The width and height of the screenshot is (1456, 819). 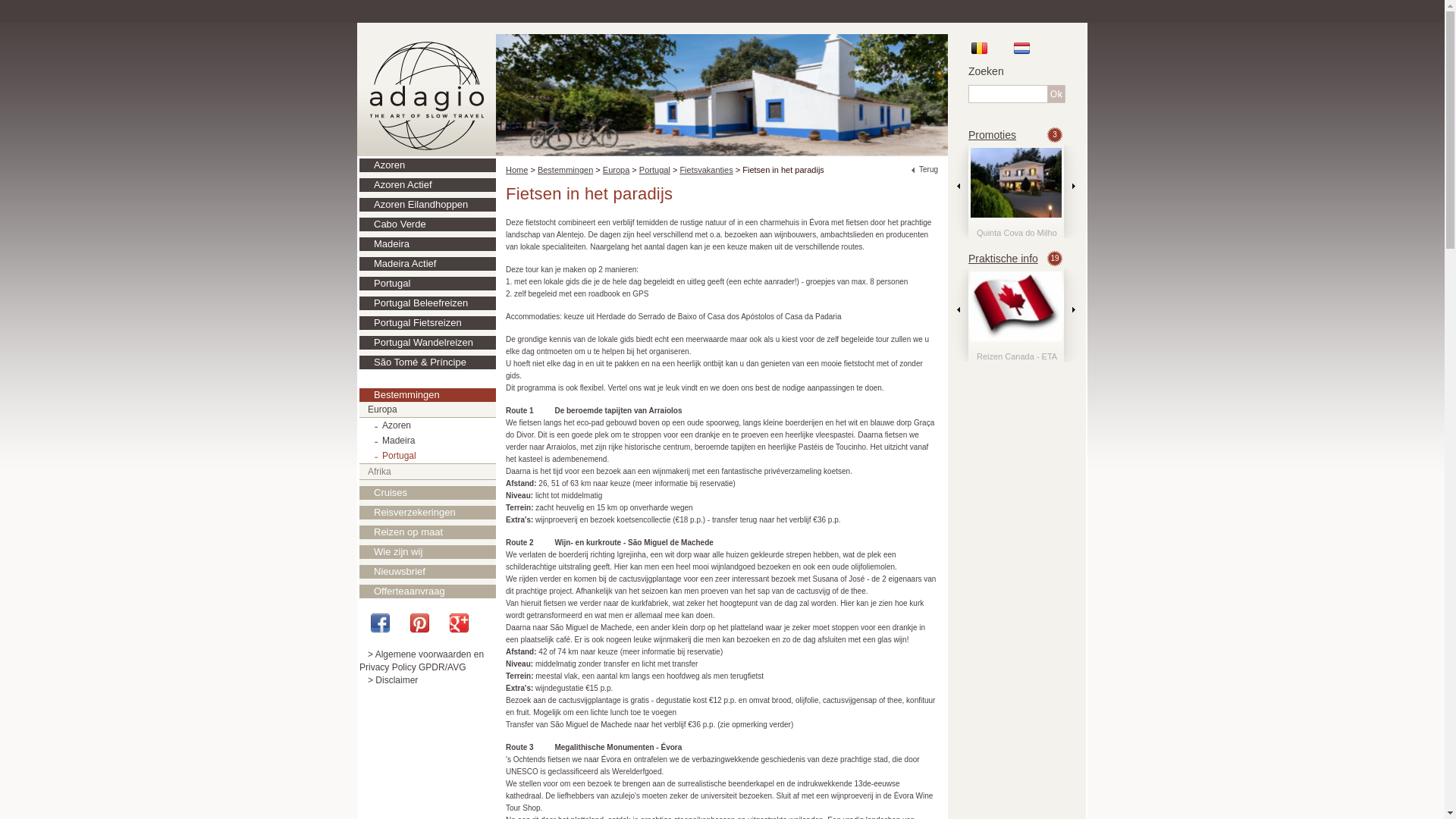 I want to click on 'Offerteaanvraag', so click(x=427, y=590).